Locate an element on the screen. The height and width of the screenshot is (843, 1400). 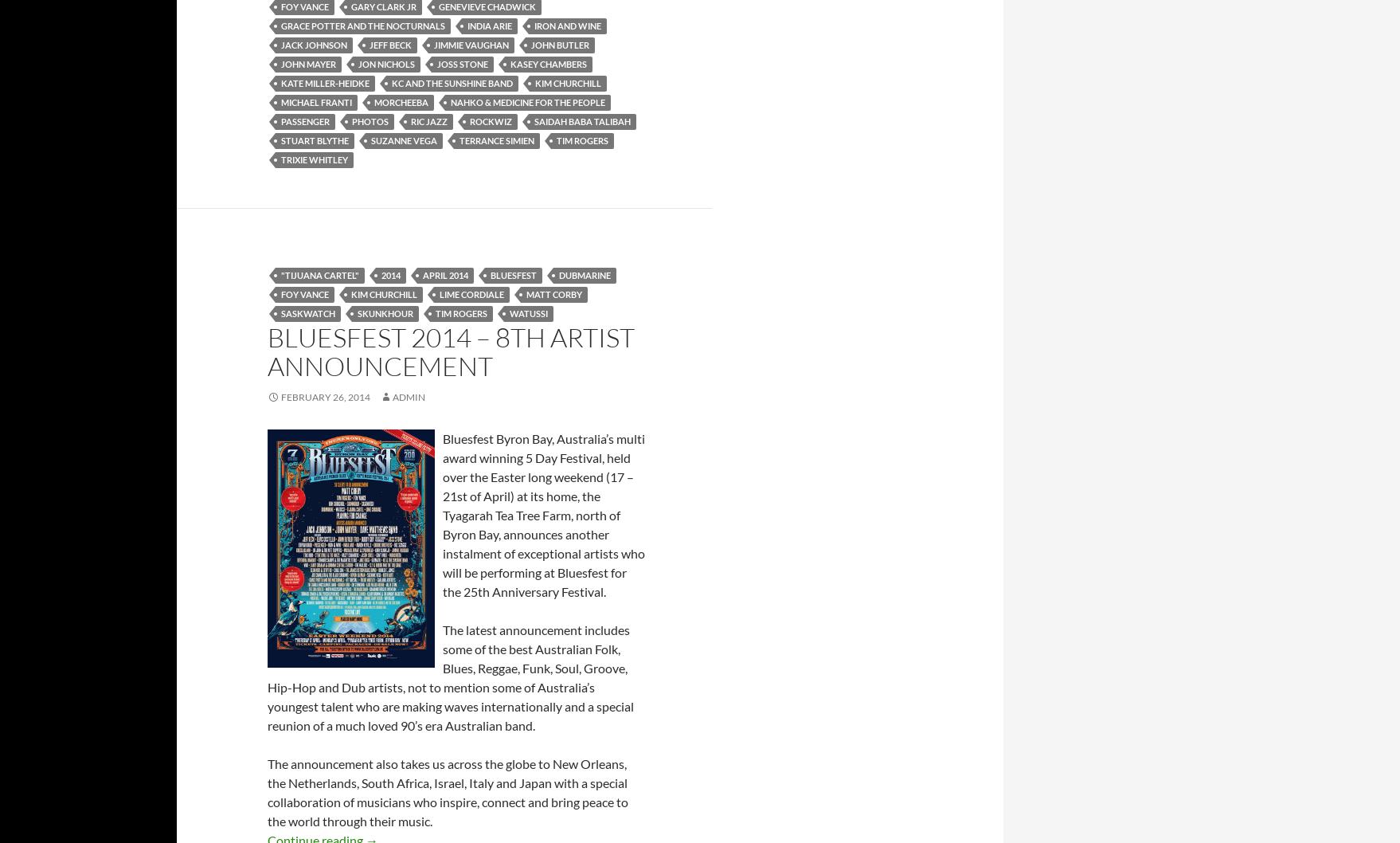
'Grace Potter and the Nocturnals' is located at coordinates (362, 25).